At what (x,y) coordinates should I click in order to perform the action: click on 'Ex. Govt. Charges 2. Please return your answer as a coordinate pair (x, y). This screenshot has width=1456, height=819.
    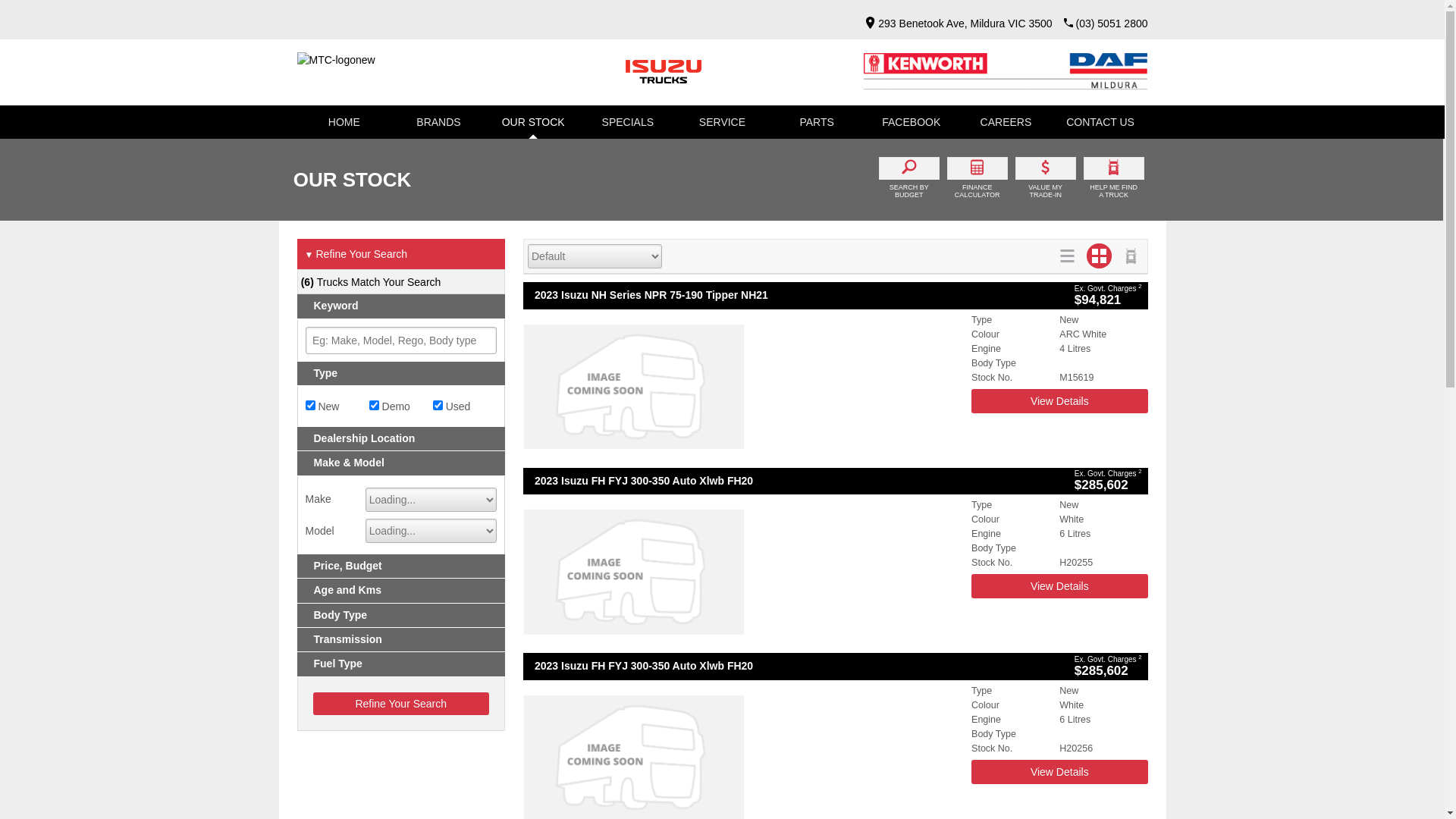
    Looking at the image, I should click on (1108, 665).